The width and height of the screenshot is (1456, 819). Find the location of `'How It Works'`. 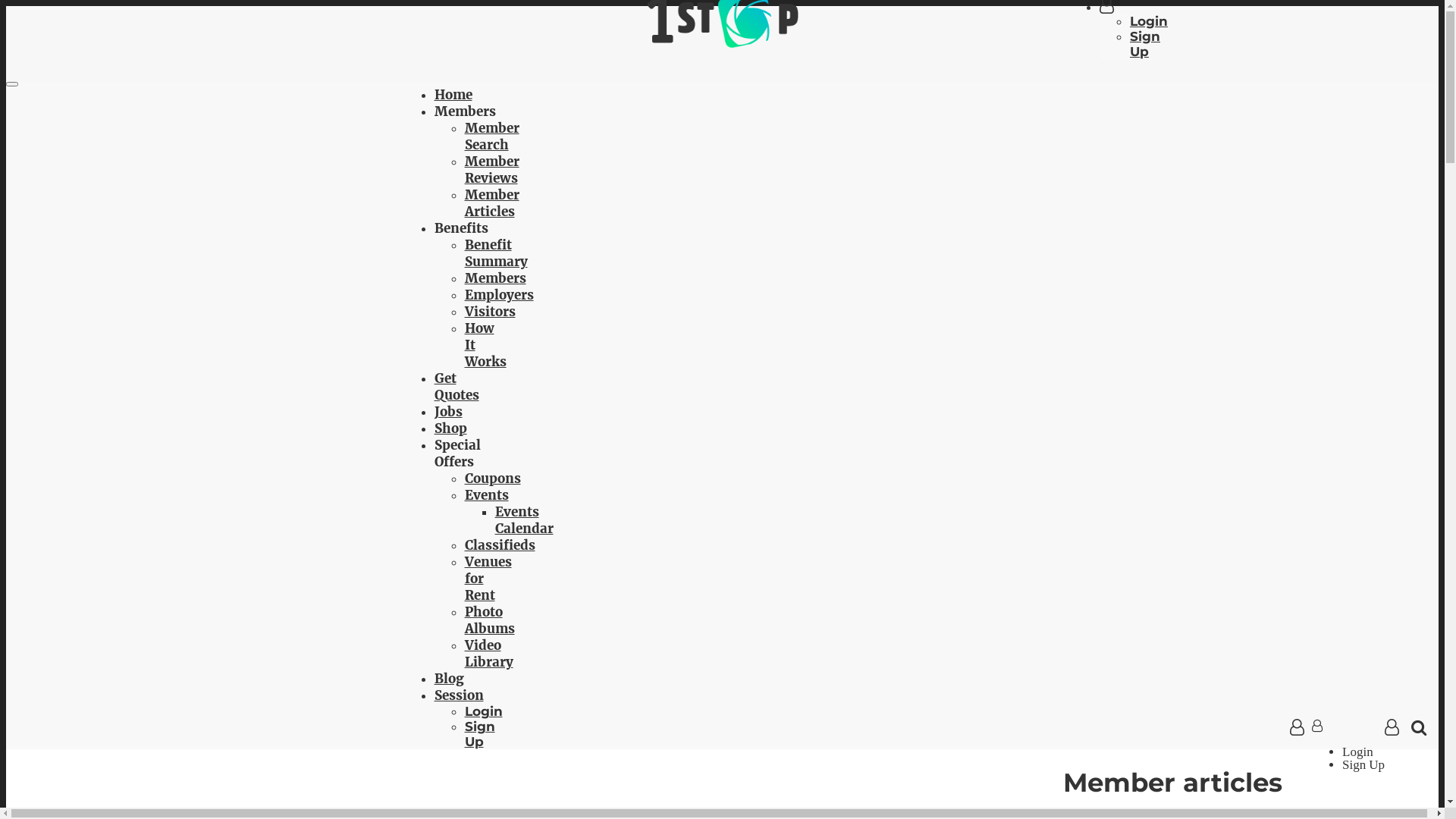

'How It Works' is located at coordinates (463, 345).